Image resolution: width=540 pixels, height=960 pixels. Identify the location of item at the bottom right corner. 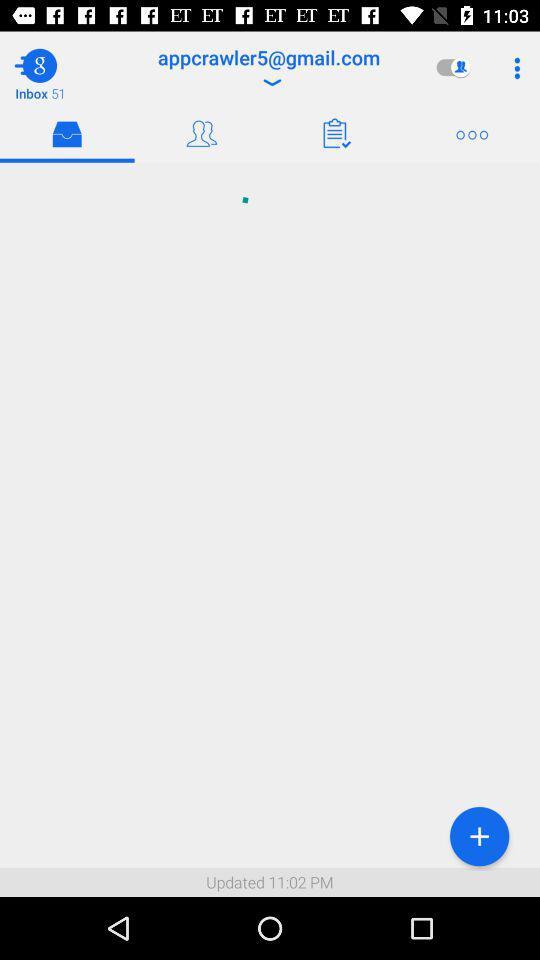
(478, 836).